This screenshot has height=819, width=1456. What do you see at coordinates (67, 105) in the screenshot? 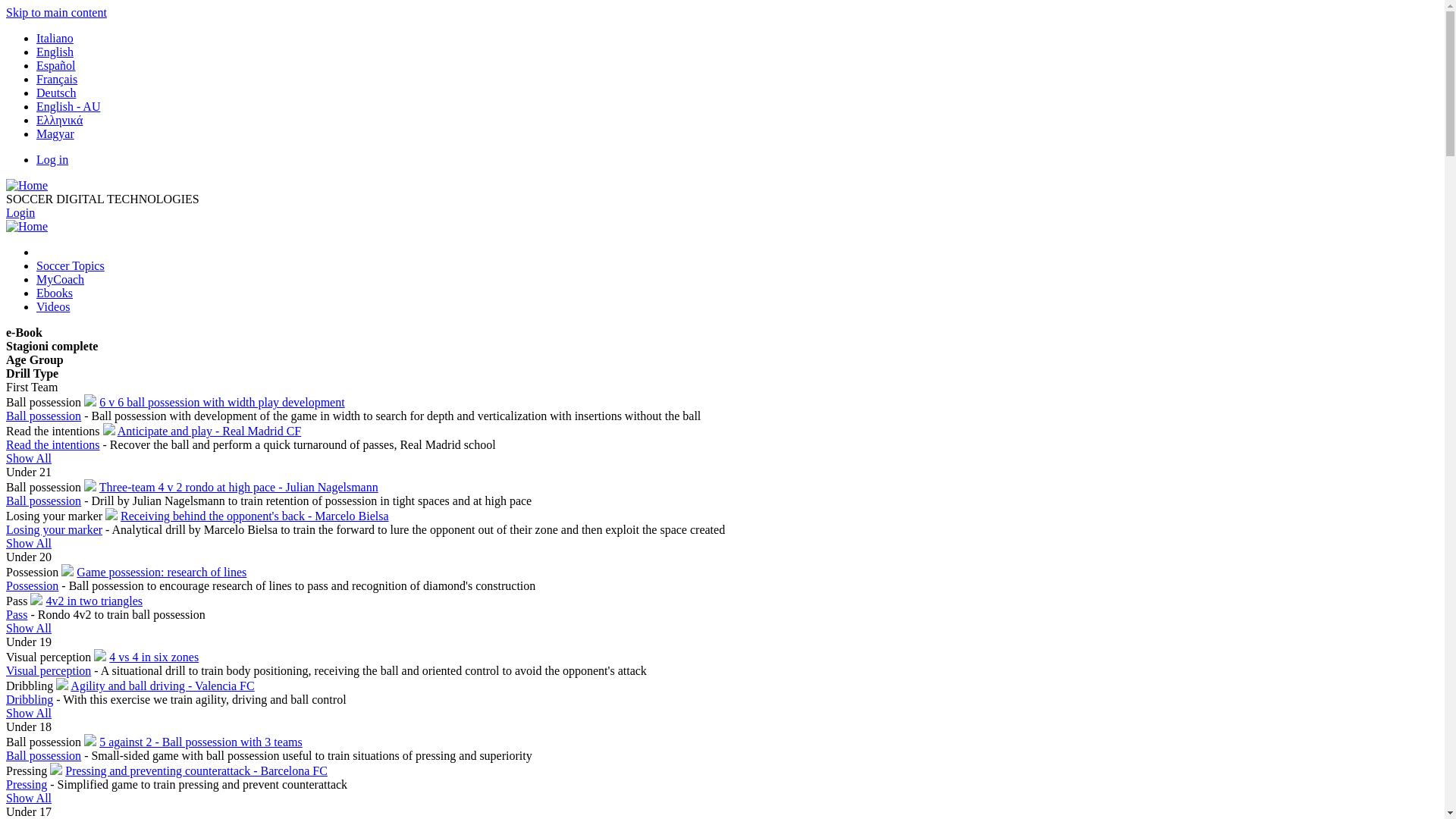
I see `'English - AU'` at bounding box center [67, 105].